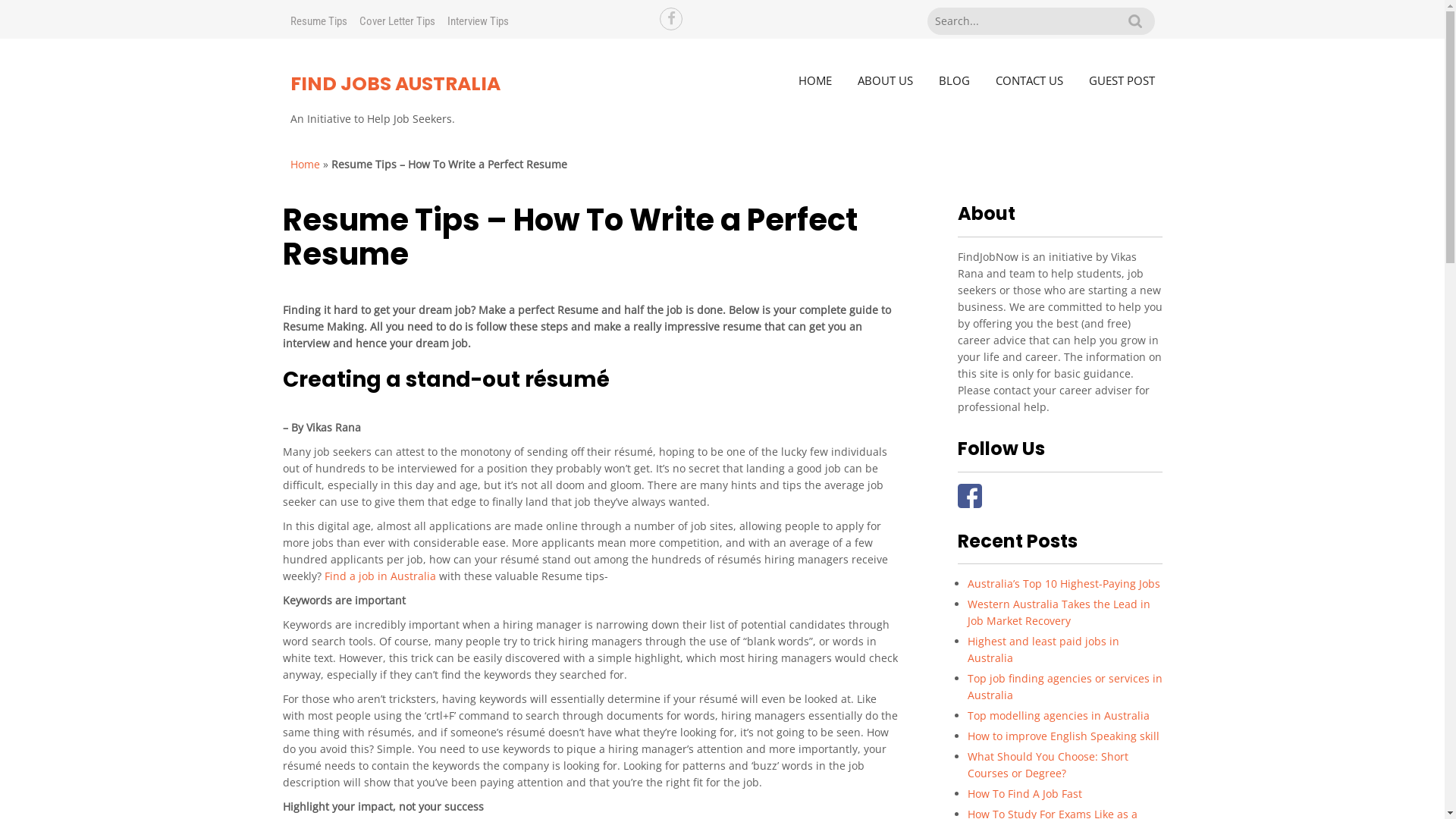  I want to click on 'HOME', so click(786, 80).